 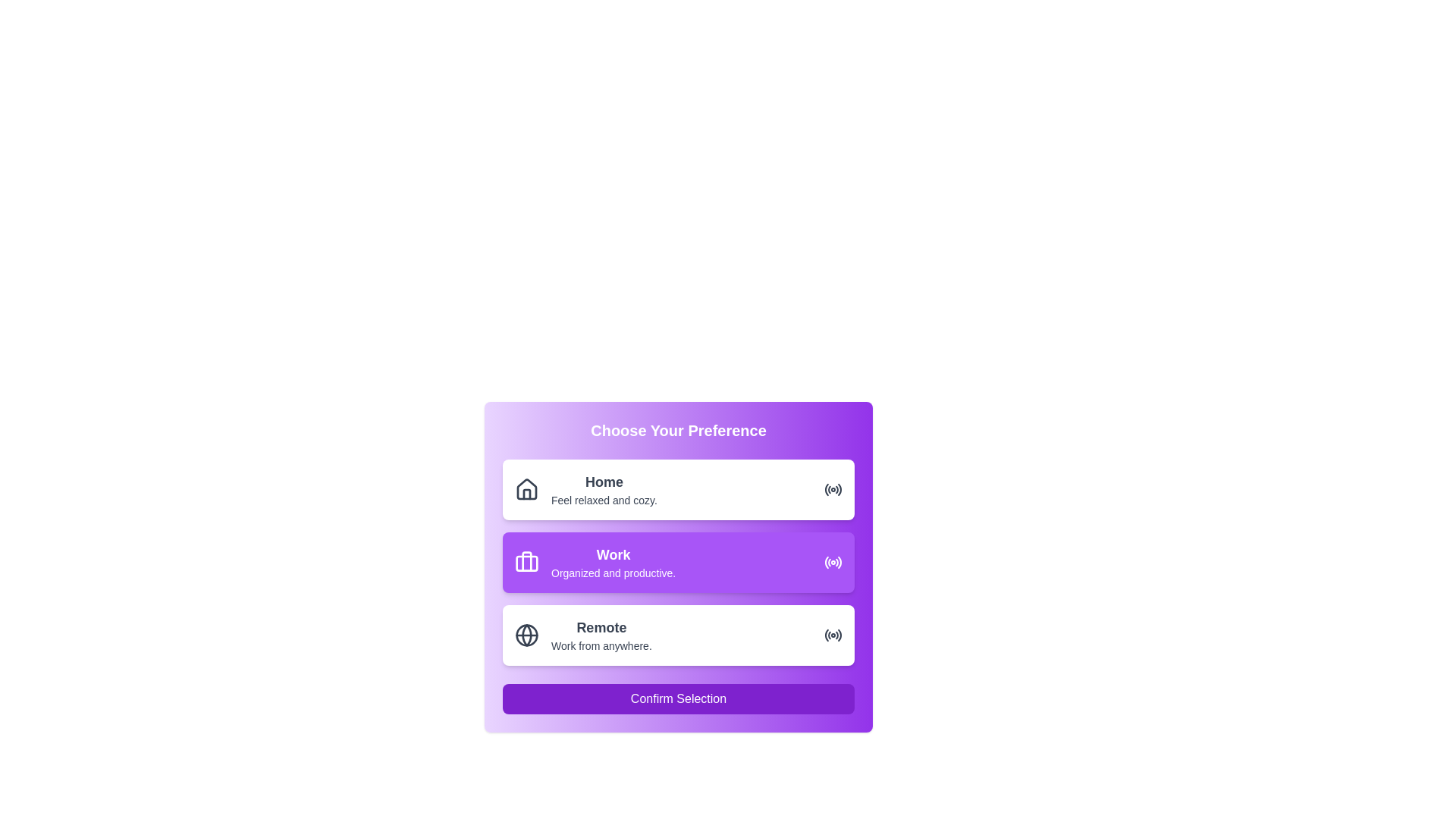 I want to click on the 'Work' icon located in the second row of options, positioned to the left of the text 'Work Organized and productive.', so click(x=527, y=562).